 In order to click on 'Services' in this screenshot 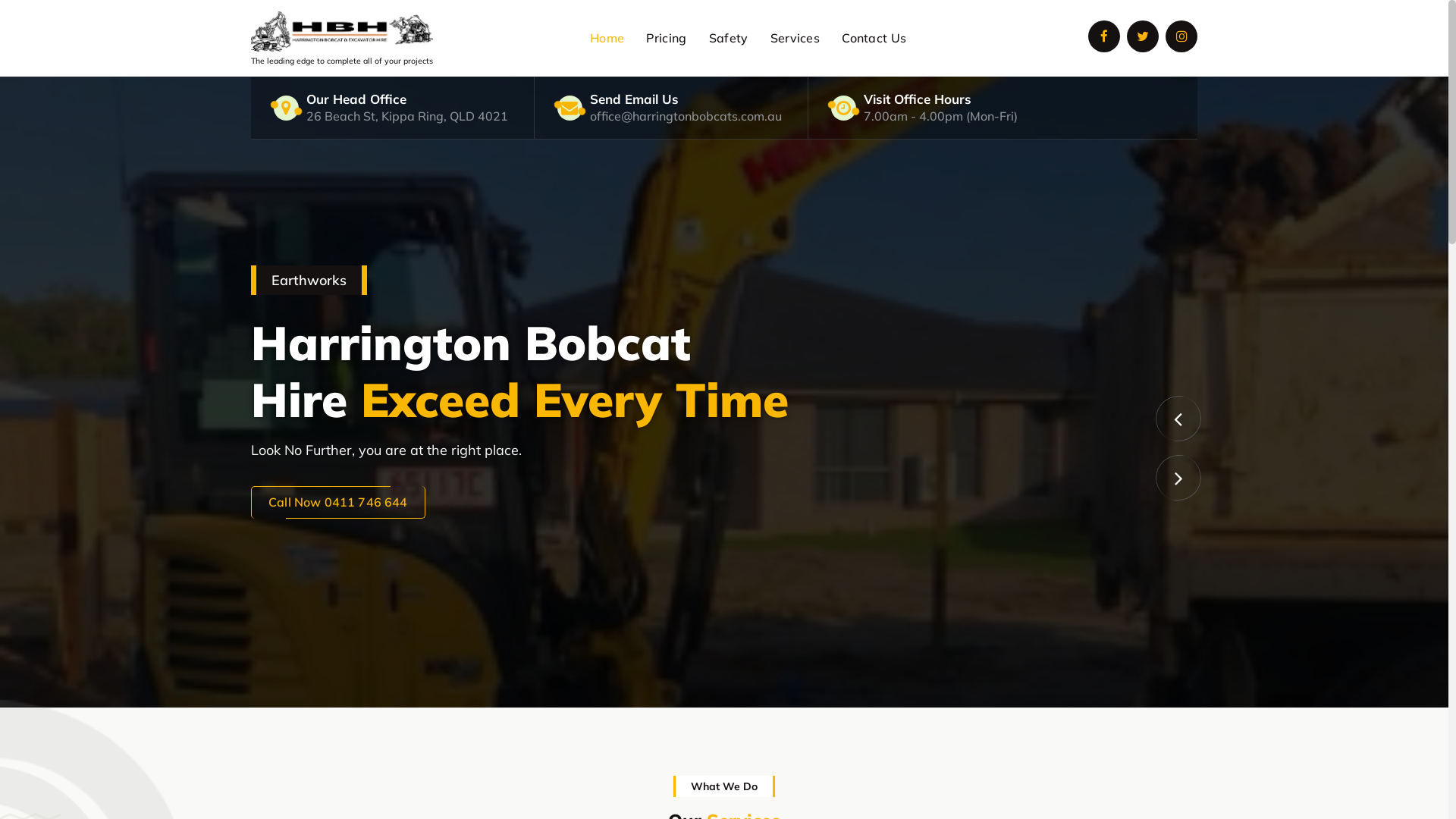, I will do `click(794, 37)`.